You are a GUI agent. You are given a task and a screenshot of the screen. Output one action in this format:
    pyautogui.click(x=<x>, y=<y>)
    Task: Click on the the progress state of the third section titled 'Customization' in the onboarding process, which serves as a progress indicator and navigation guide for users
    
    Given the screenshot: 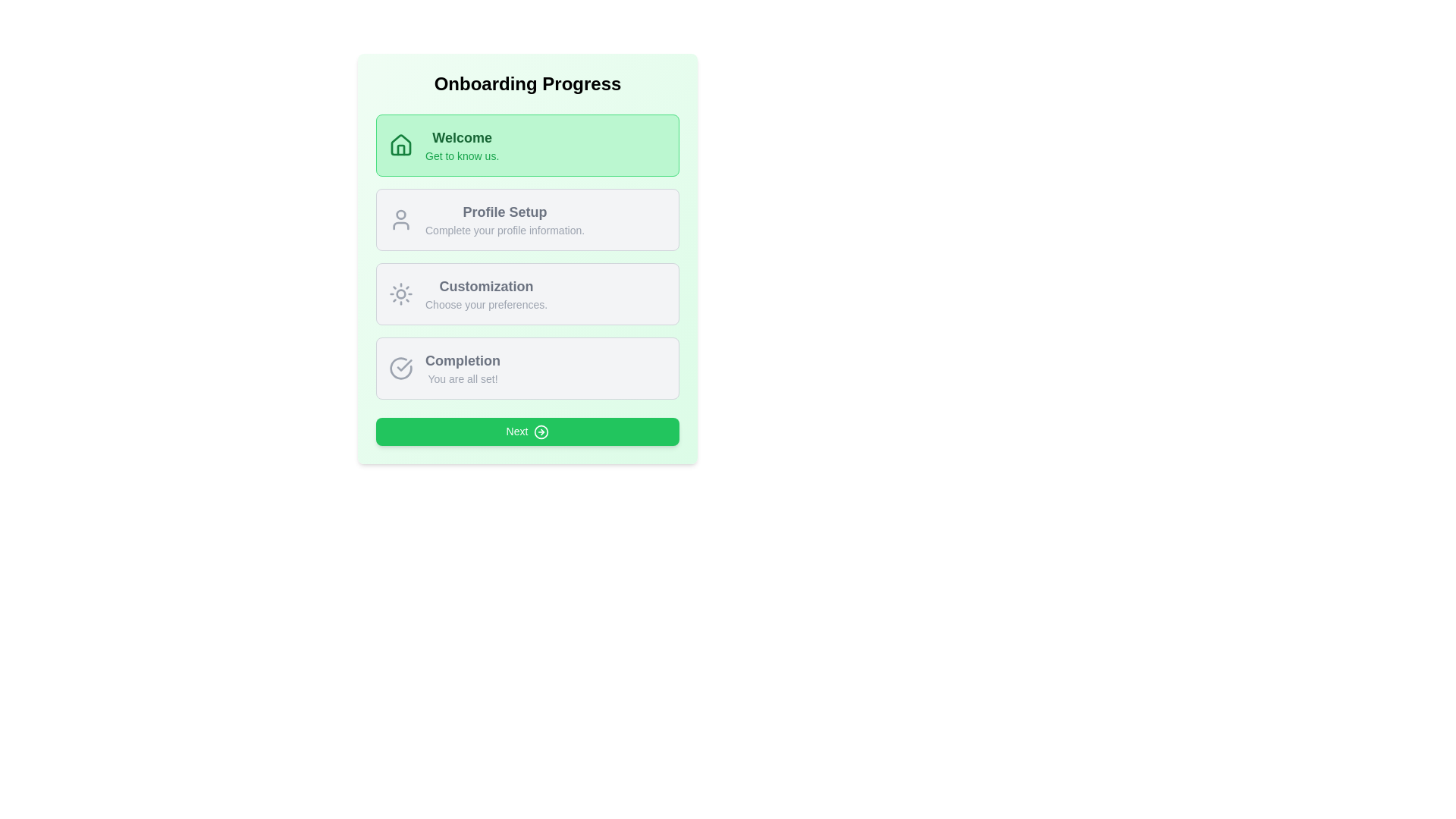 What is the action you would take?
    pyautogui.click(x=528, y=256)
    